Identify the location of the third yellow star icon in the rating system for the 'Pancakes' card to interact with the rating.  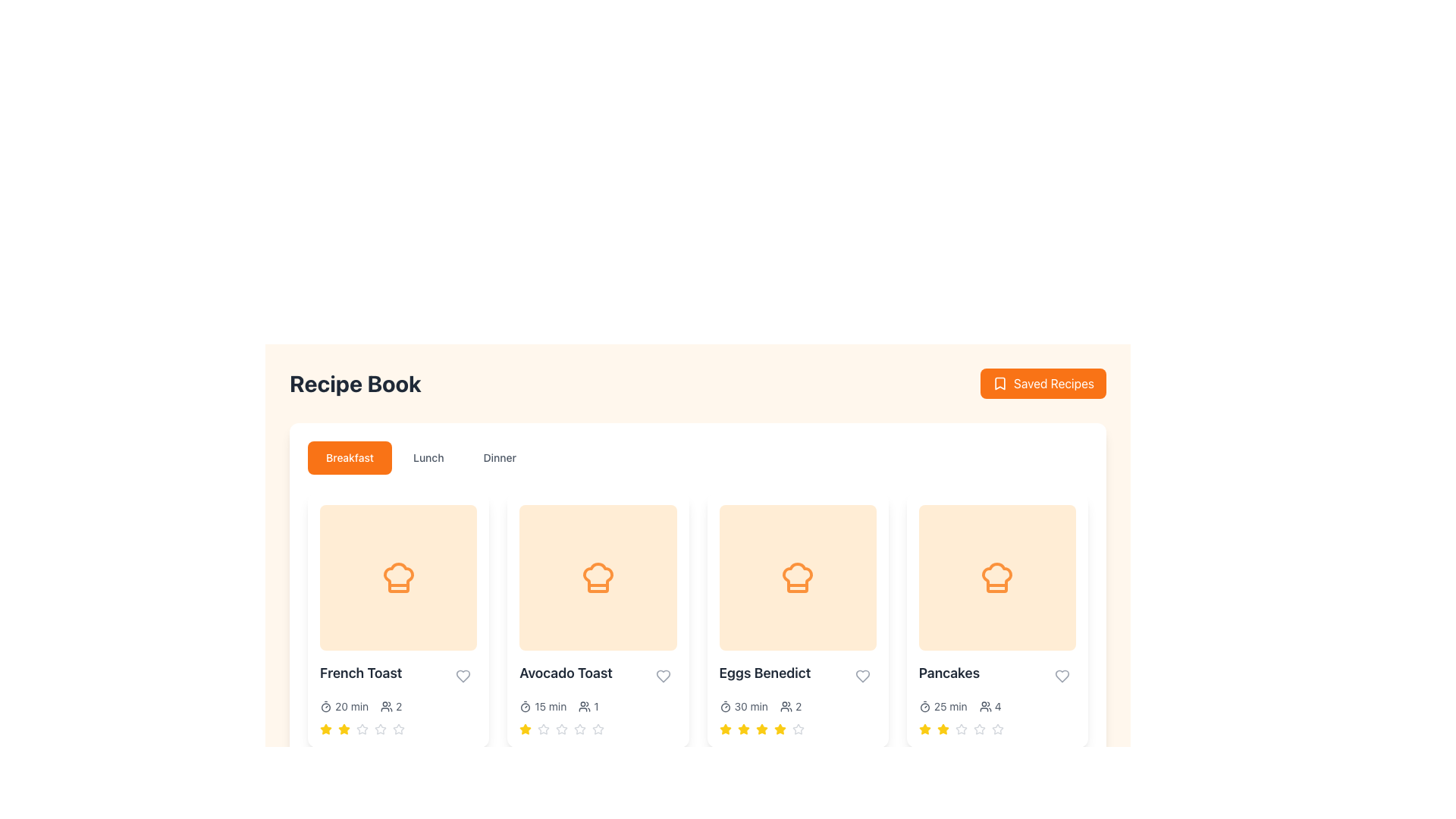
(942, 728).